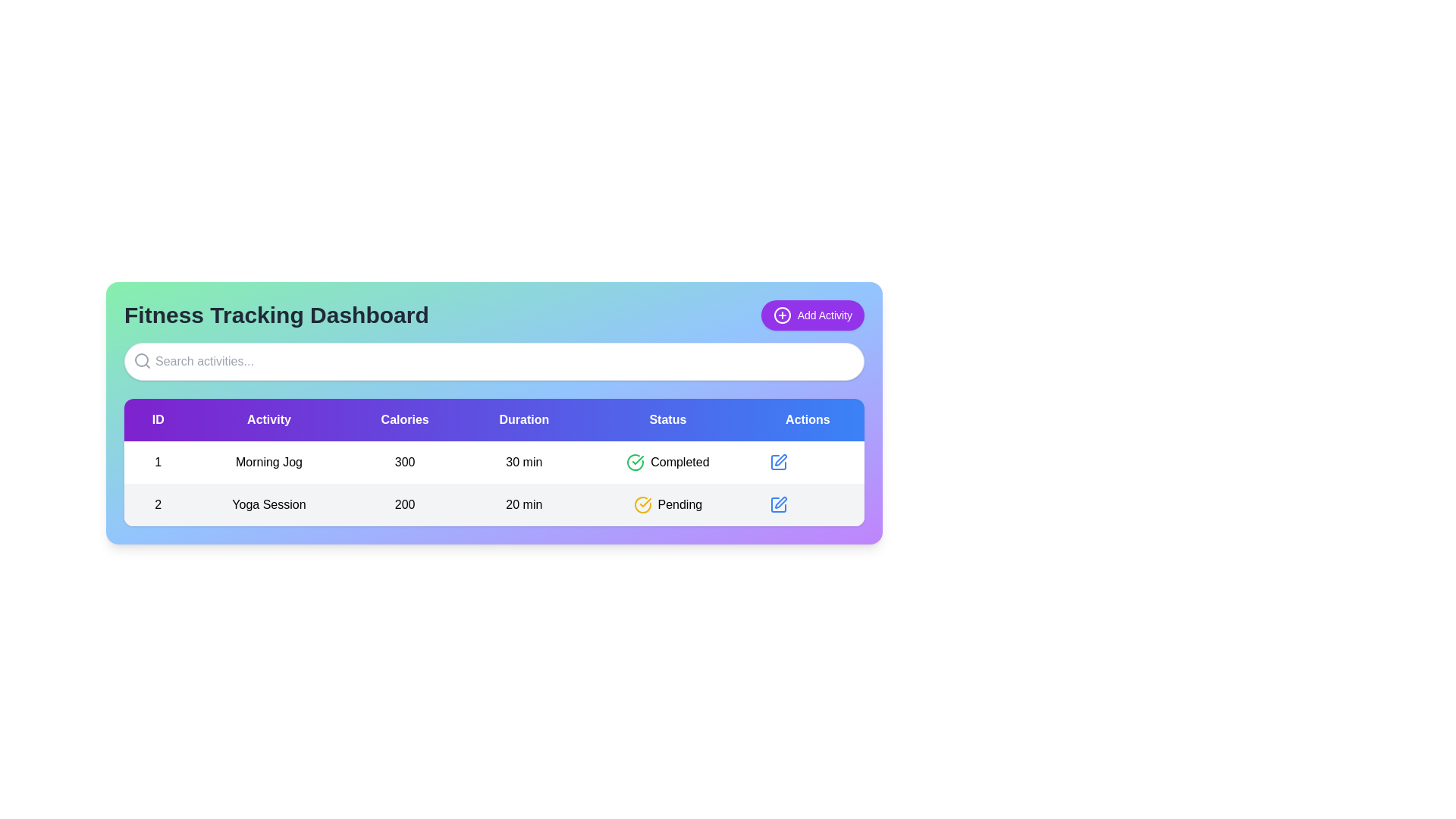 The height and width of the screenshot is (819, 1456). Describe the element at coordinates (667, 461) in the screenshot. I see `the Status indicator that displays a checkmark icon and the label 'Completed', located in the first row of the Status column adjacent to the '30 min' element and the 'Edit' action button` at that location.